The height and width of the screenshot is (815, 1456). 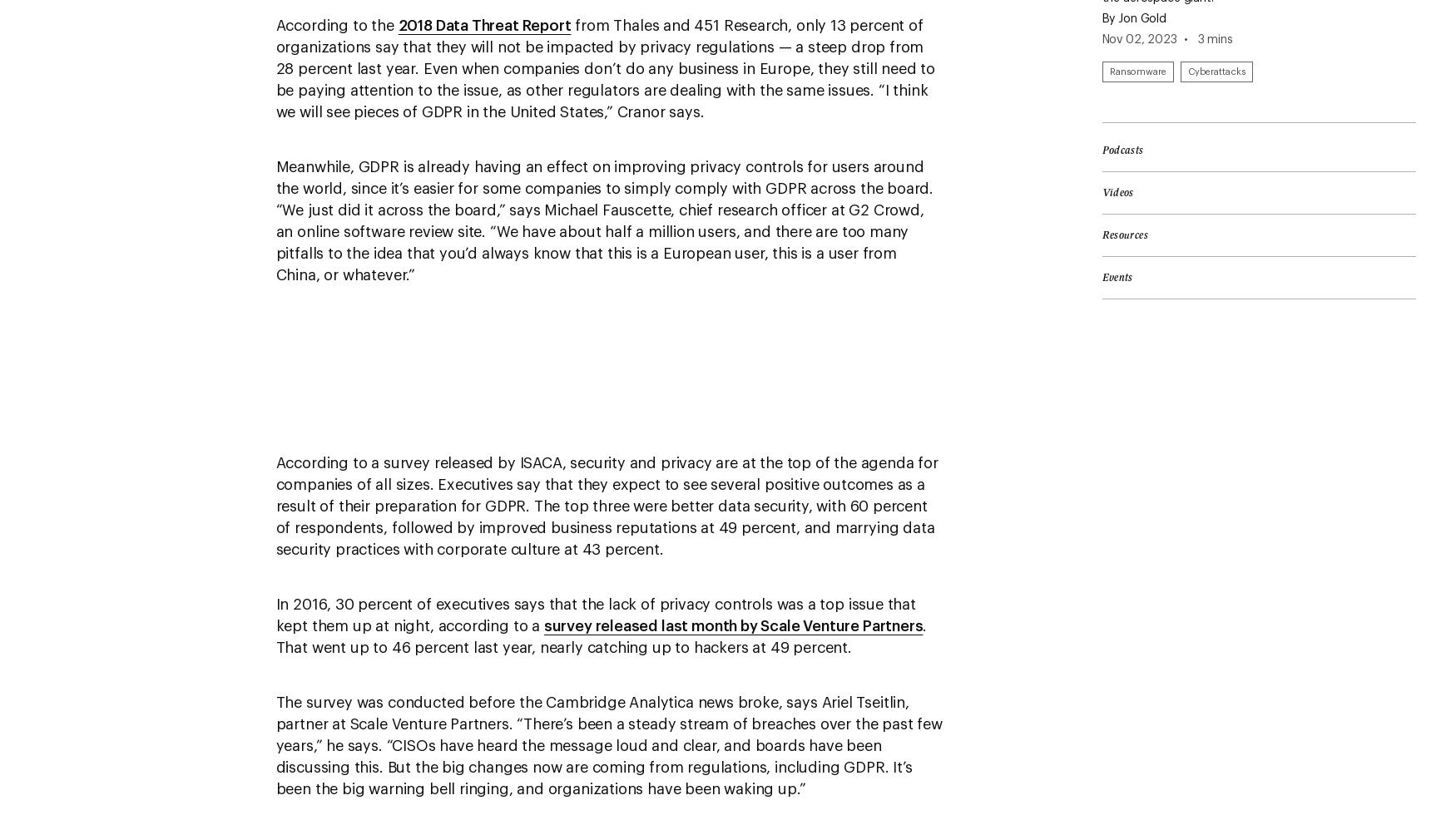 I want to click on 'Newsletters', so click(x=71, y=72).